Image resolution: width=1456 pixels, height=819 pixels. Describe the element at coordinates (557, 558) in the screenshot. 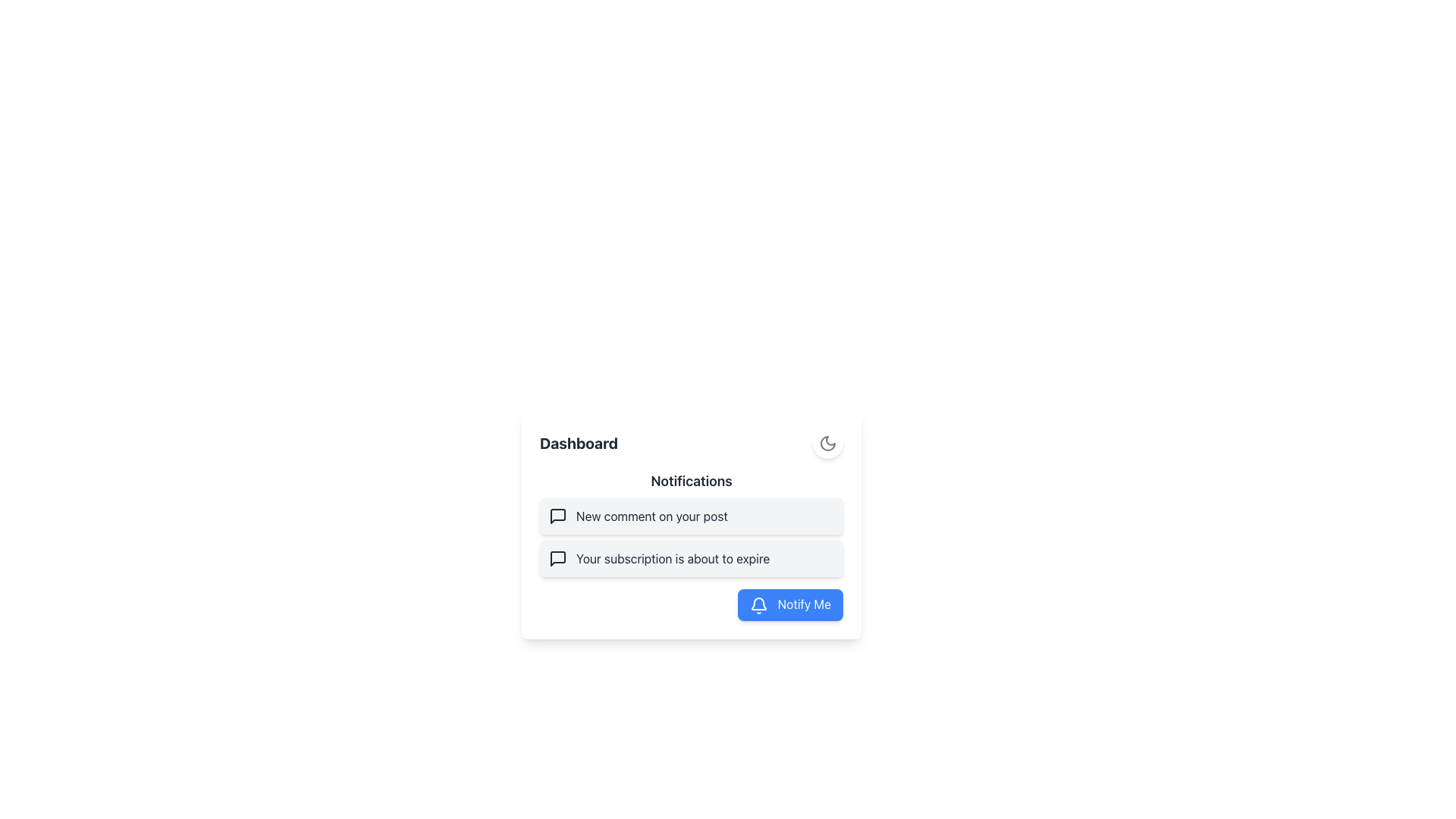

I see `the icon that represents the notification category, located to the left of the title 'Your subscription is about to expire'` at that location.